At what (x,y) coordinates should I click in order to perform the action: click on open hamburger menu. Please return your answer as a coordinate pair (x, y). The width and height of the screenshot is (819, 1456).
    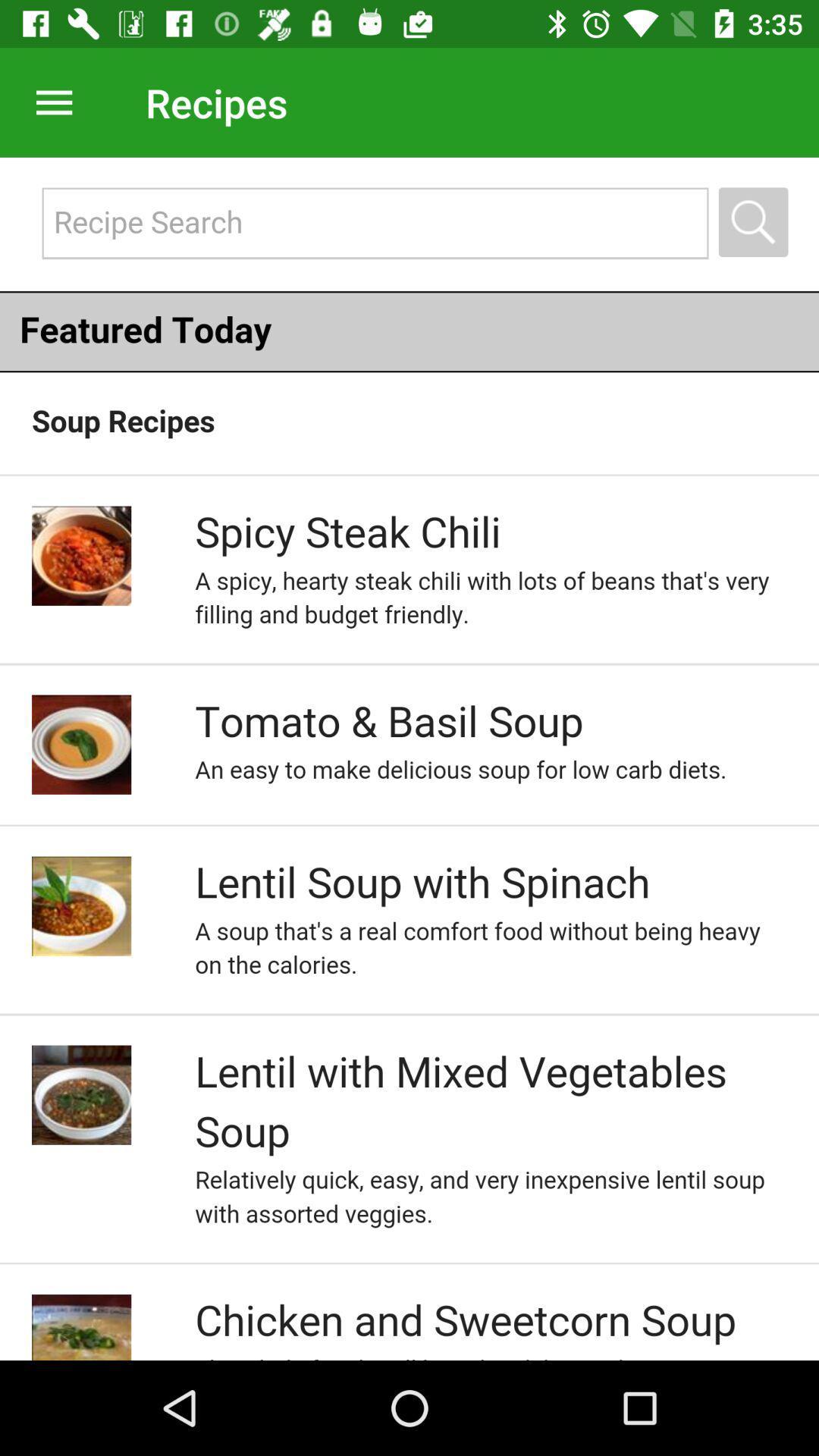
    Looking at the image, I should click on (48, 102).